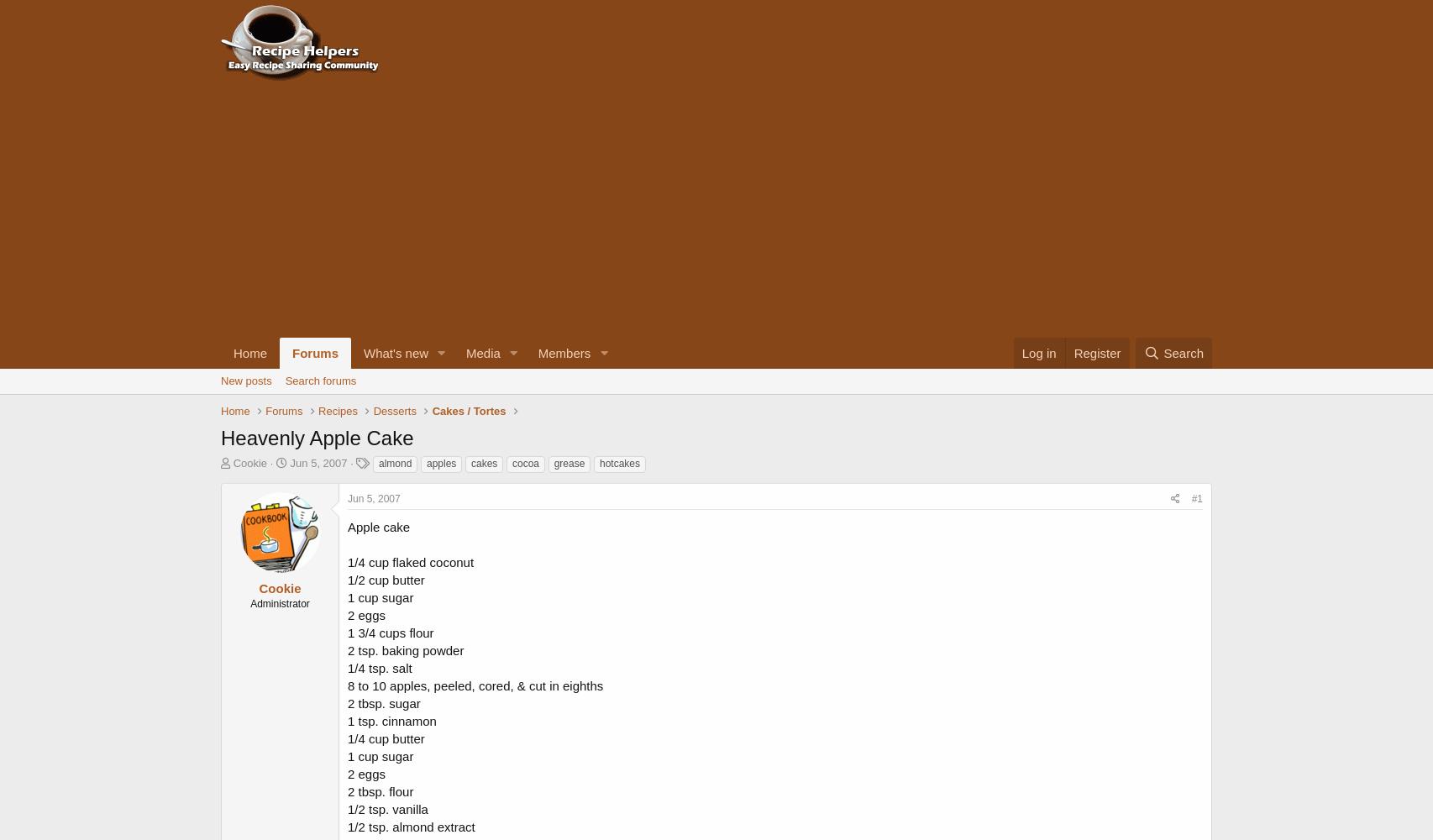  Describe the element at coordinates (386, 807) in the screenshot. I see `'1/2 tsp. vanilla'` at that location.